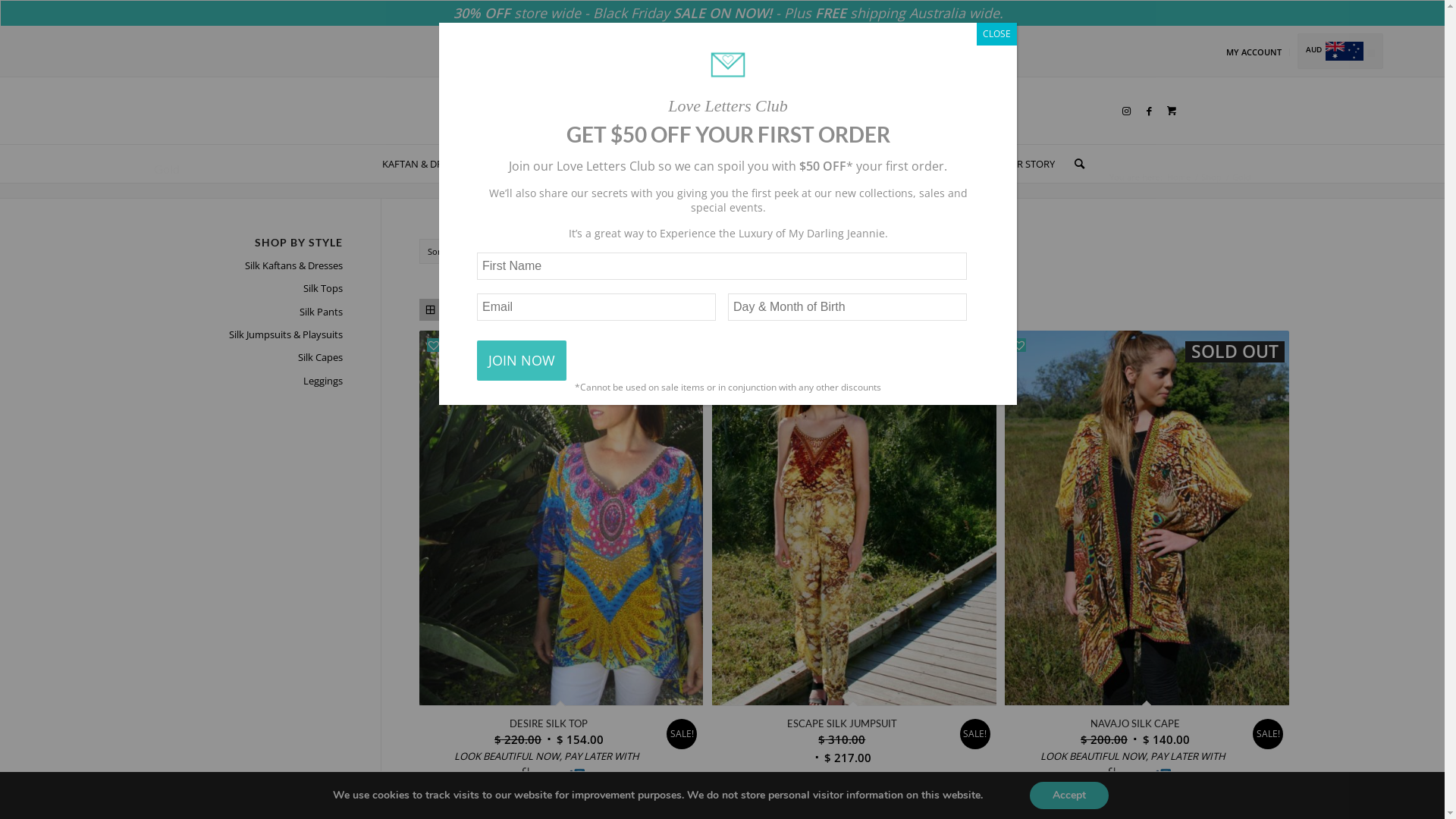 The height and width of the screenshot is (819, 1456). What do you see at coordinates (247, 265) in the screenshot?
I see `'Silk Kaftans & Dresses'` at bounding box center [247, 265].